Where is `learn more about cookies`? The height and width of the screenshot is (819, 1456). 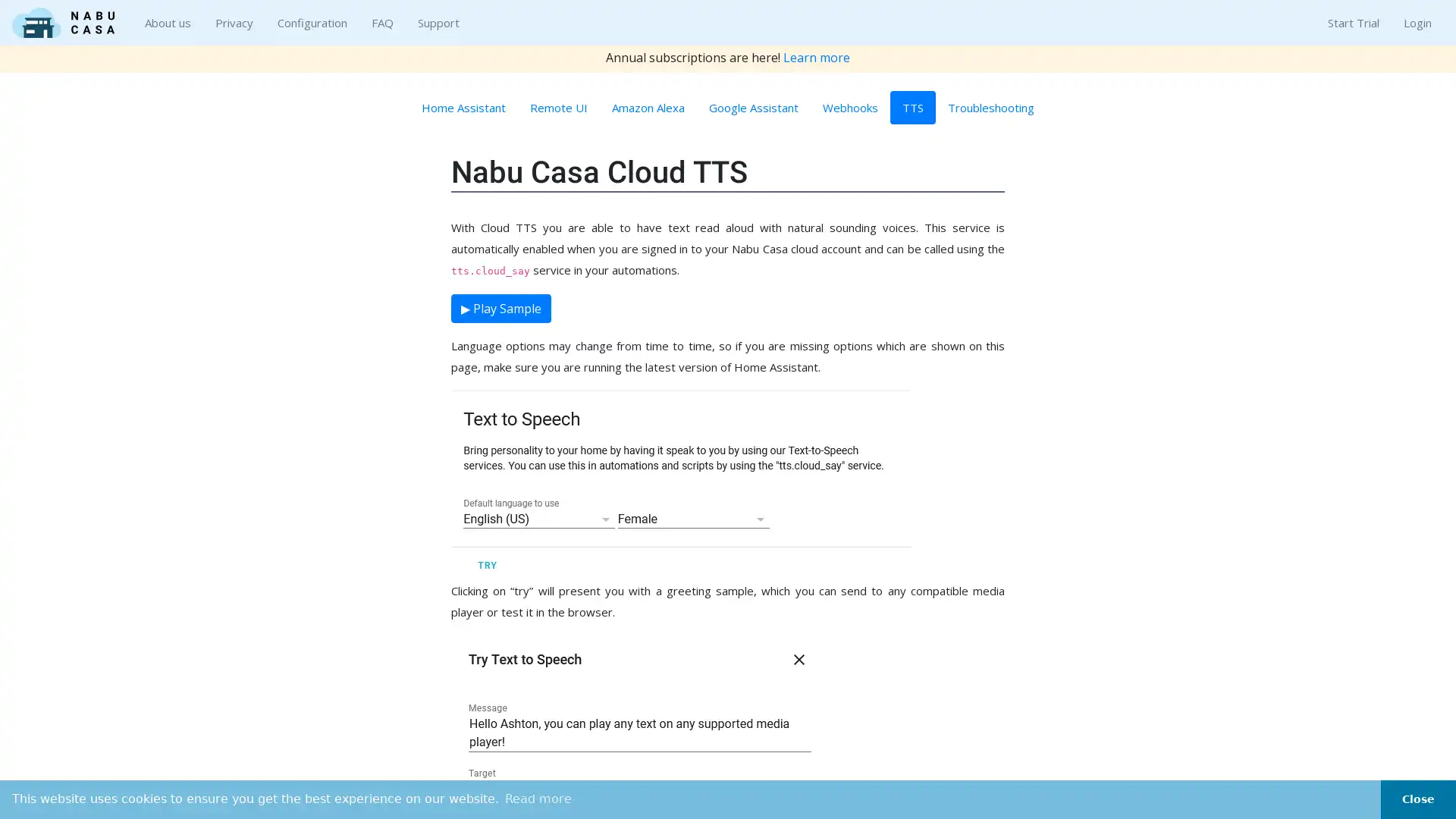 learn more about cookies is located at coordinates (538, 798).